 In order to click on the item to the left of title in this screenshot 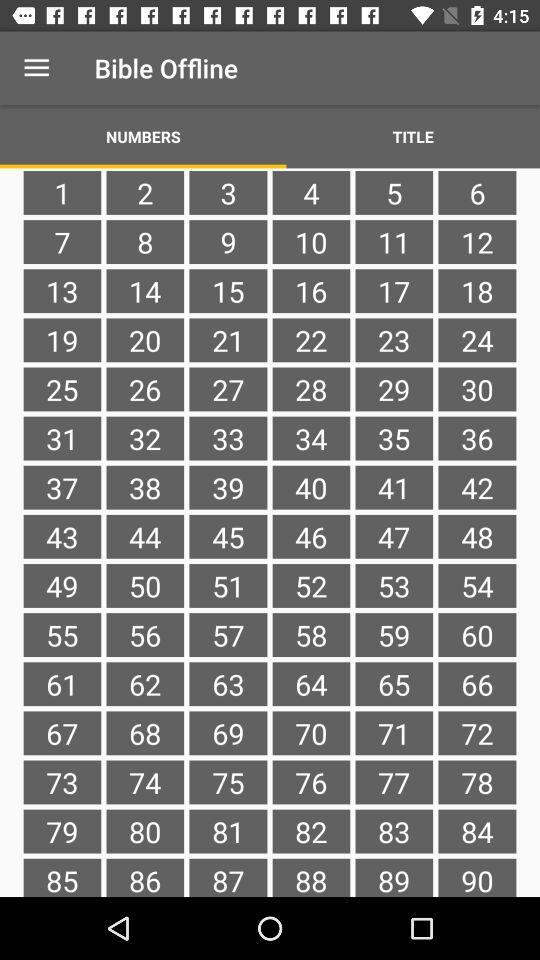, I will do `click(142, 135)`.